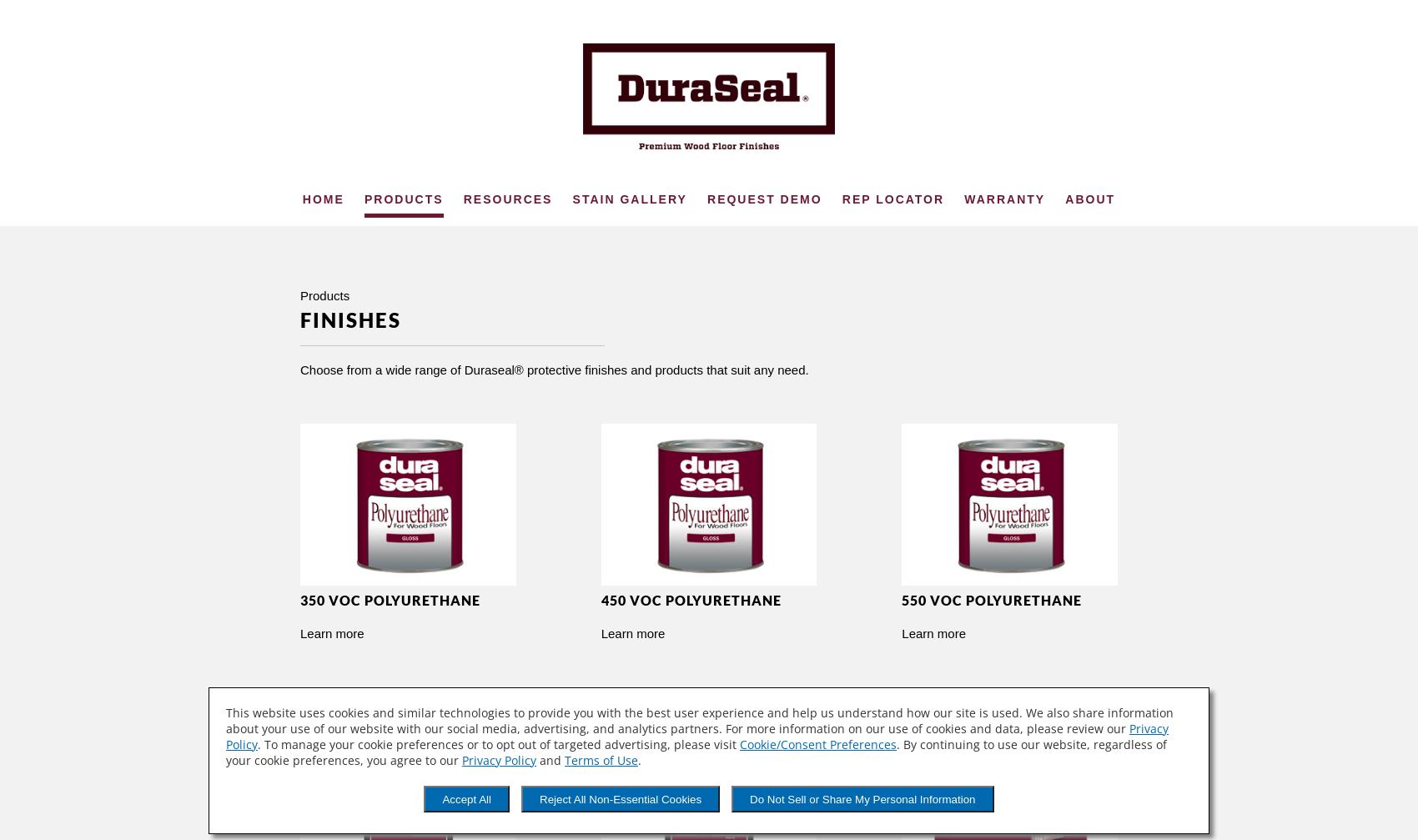 The image size is (1418, 840). I want to click on '350 VOC Polyurethane', so click(390, 599).